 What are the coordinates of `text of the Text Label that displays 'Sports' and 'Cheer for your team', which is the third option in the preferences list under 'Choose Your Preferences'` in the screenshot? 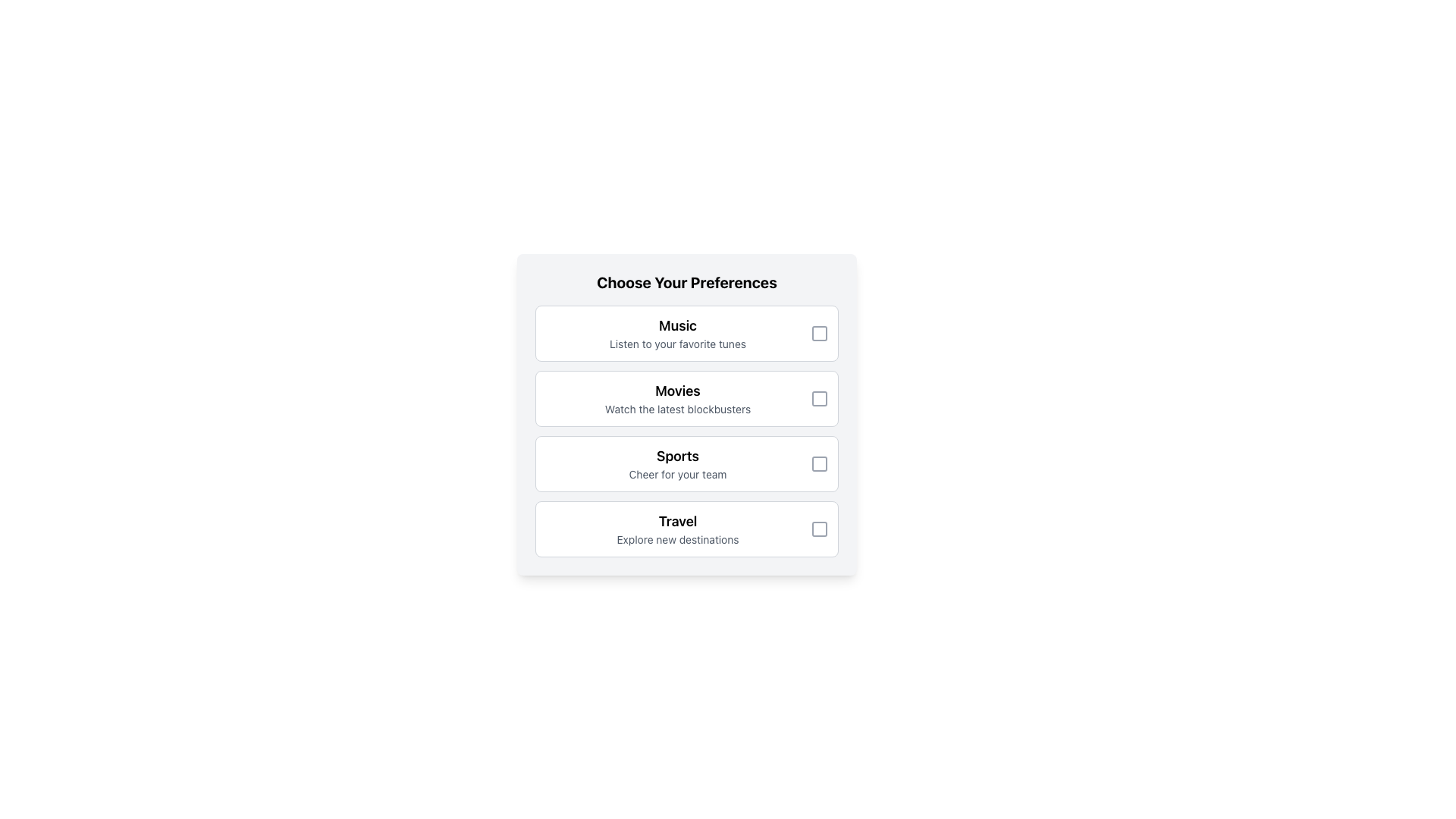 It's located at (676, 463).